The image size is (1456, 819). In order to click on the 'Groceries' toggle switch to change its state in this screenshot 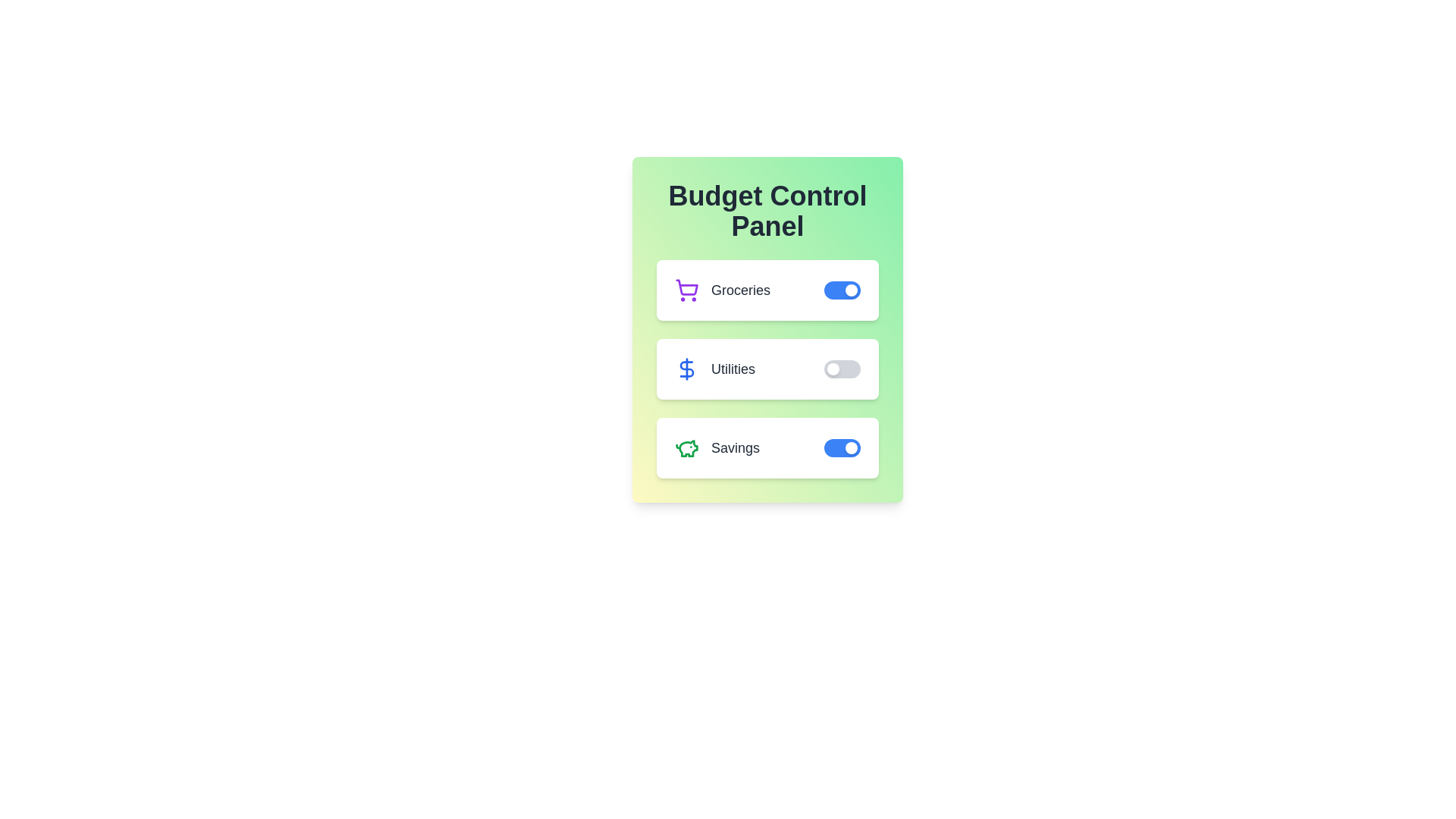, I will do `click(841, 290)`.